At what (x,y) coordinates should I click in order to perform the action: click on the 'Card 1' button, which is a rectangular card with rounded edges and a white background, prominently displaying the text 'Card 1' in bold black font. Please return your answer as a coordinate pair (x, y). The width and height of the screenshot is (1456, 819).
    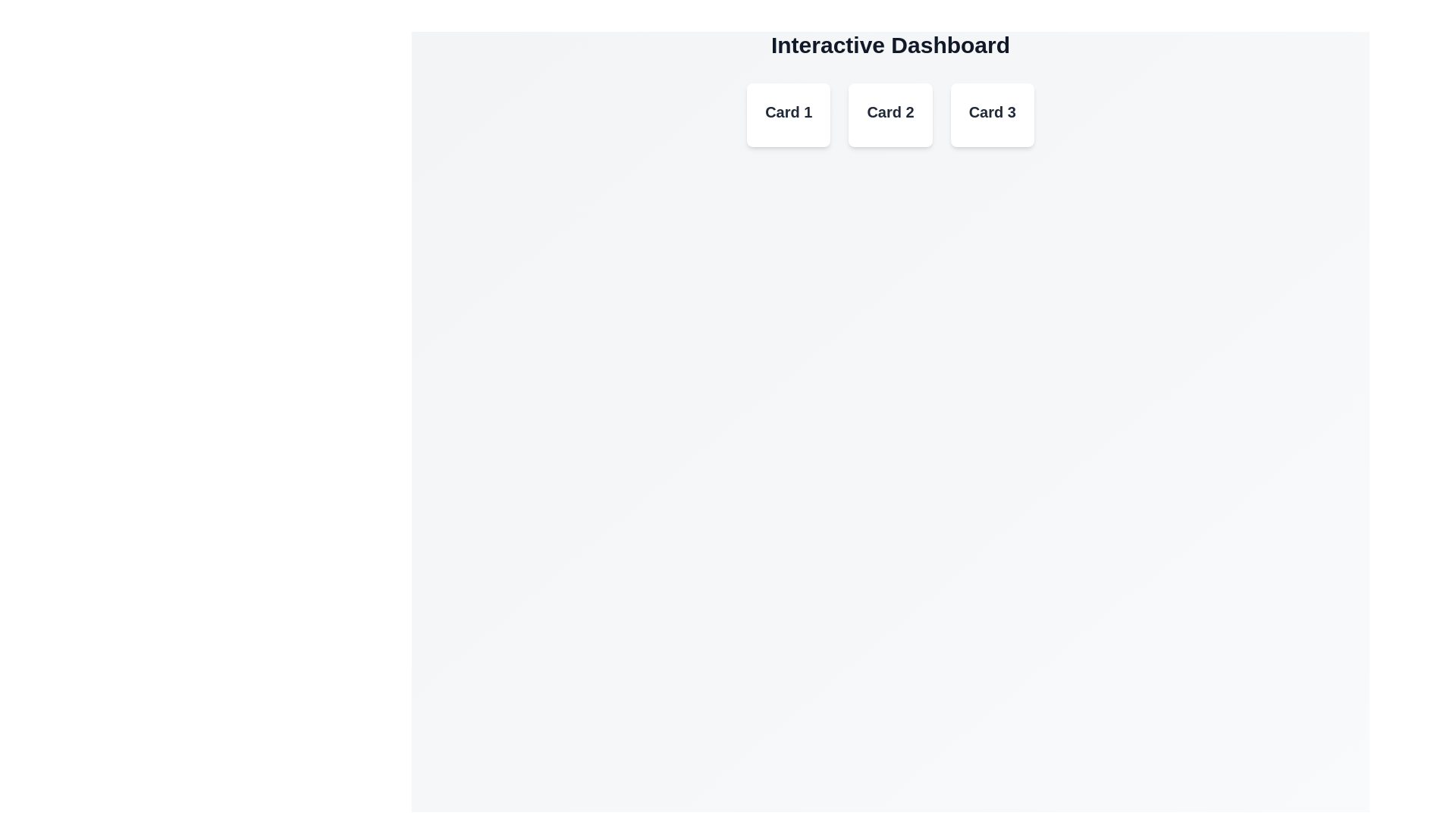
    Looking at the image, I should click on (789, 114).